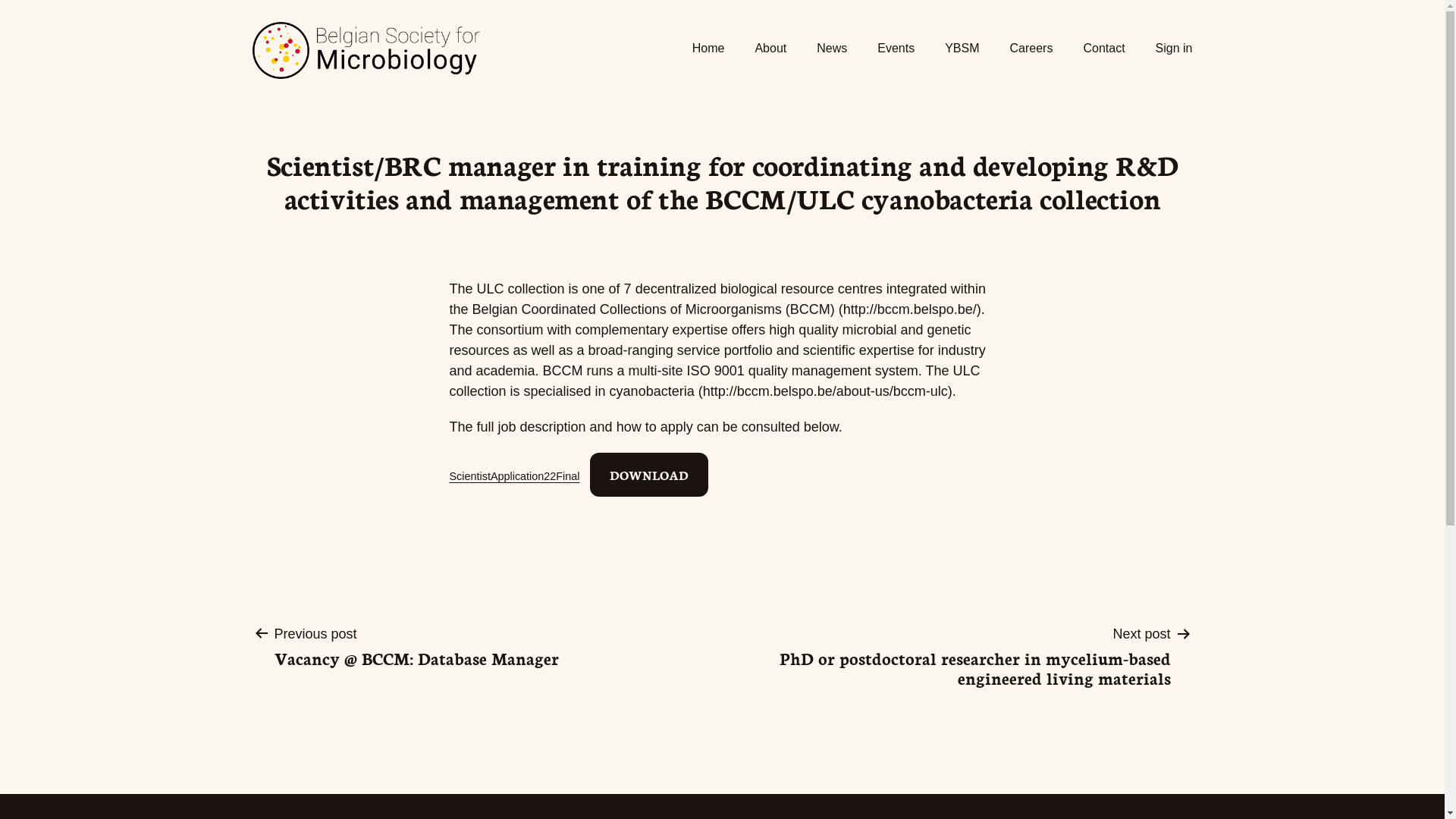  Describe the element at coordinates (1173, 48) in the screenshot. I see `'Sign in'` at that location.